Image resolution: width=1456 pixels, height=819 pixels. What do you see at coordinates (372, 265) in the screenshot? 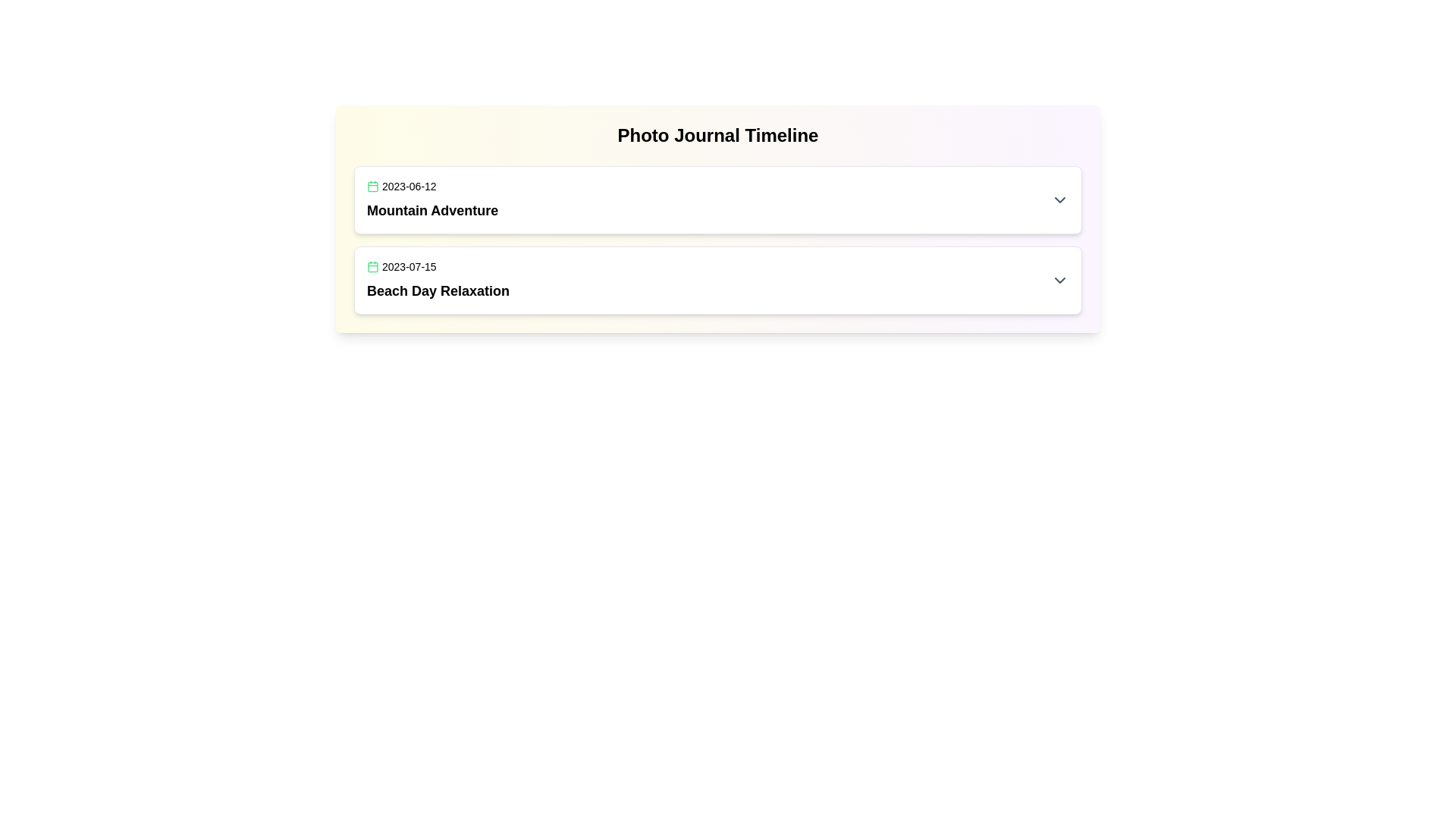
I see `the rounded rectangle within the calendar icon that is positioned to the left of the text '2023-07-15' in the second item of the vertical list` at bounding box center [372, 265].